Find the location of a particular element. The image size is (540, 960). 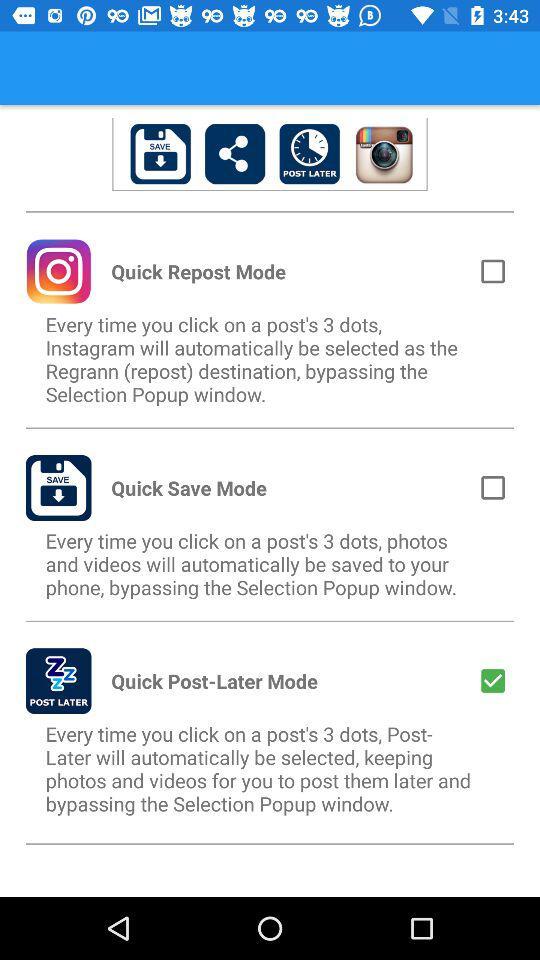

the first checkbox on the web page is located at coordinates (492, 270).